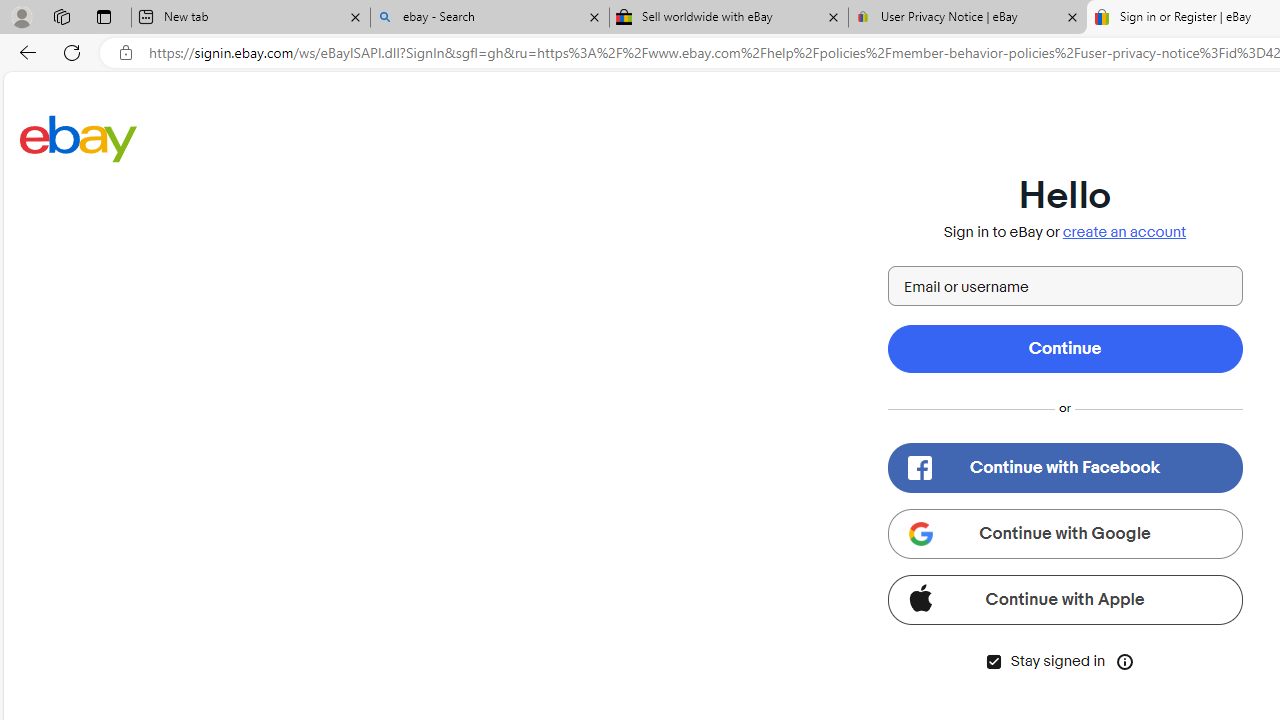  Describe the element at coordinates (967, 17) in the screenshot. I see `'User Privacy Notice | eBay'` at that location.